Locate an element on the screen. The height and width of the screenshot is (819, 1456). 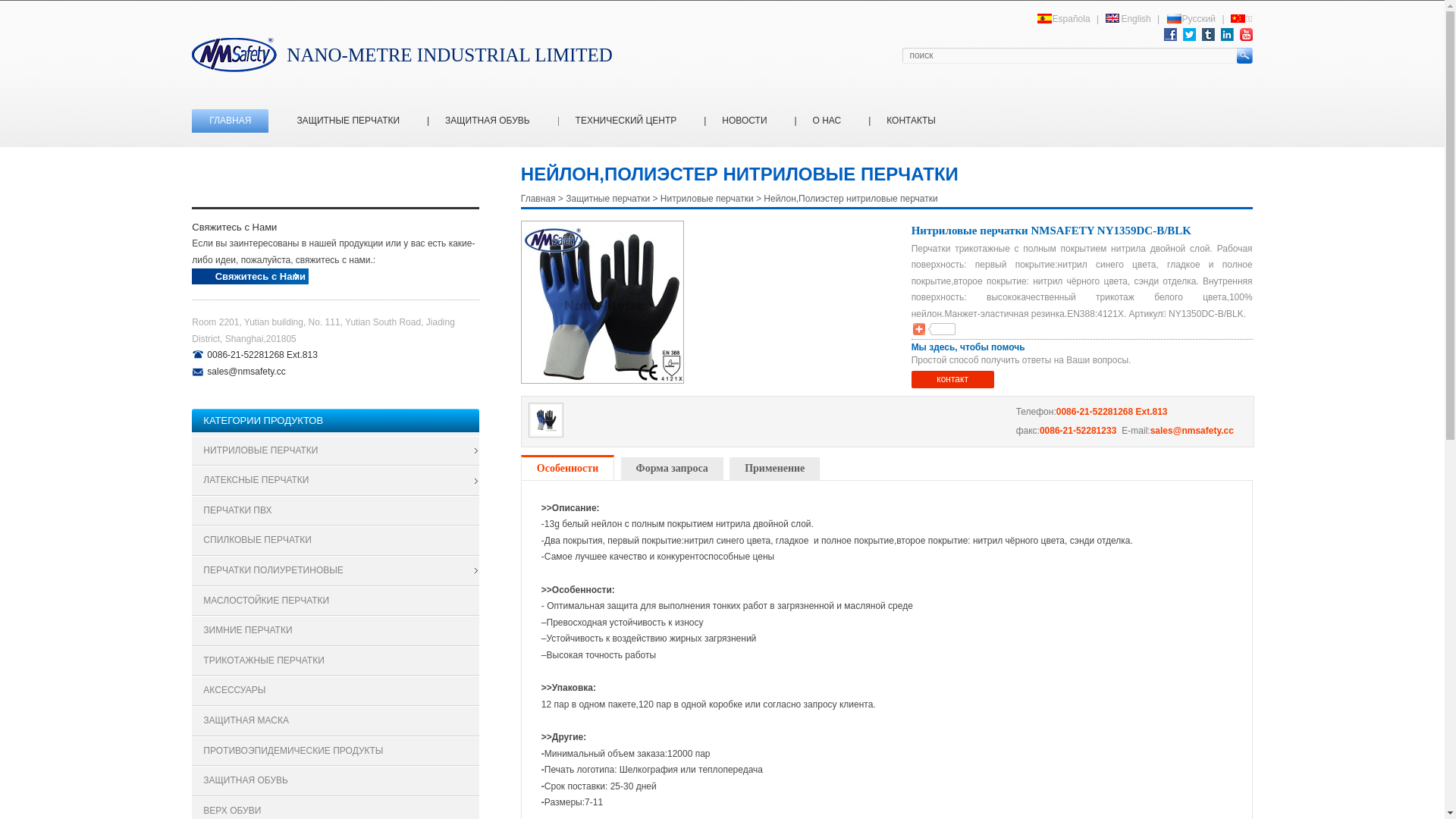
'English' is located at coordinates (1129, 18).